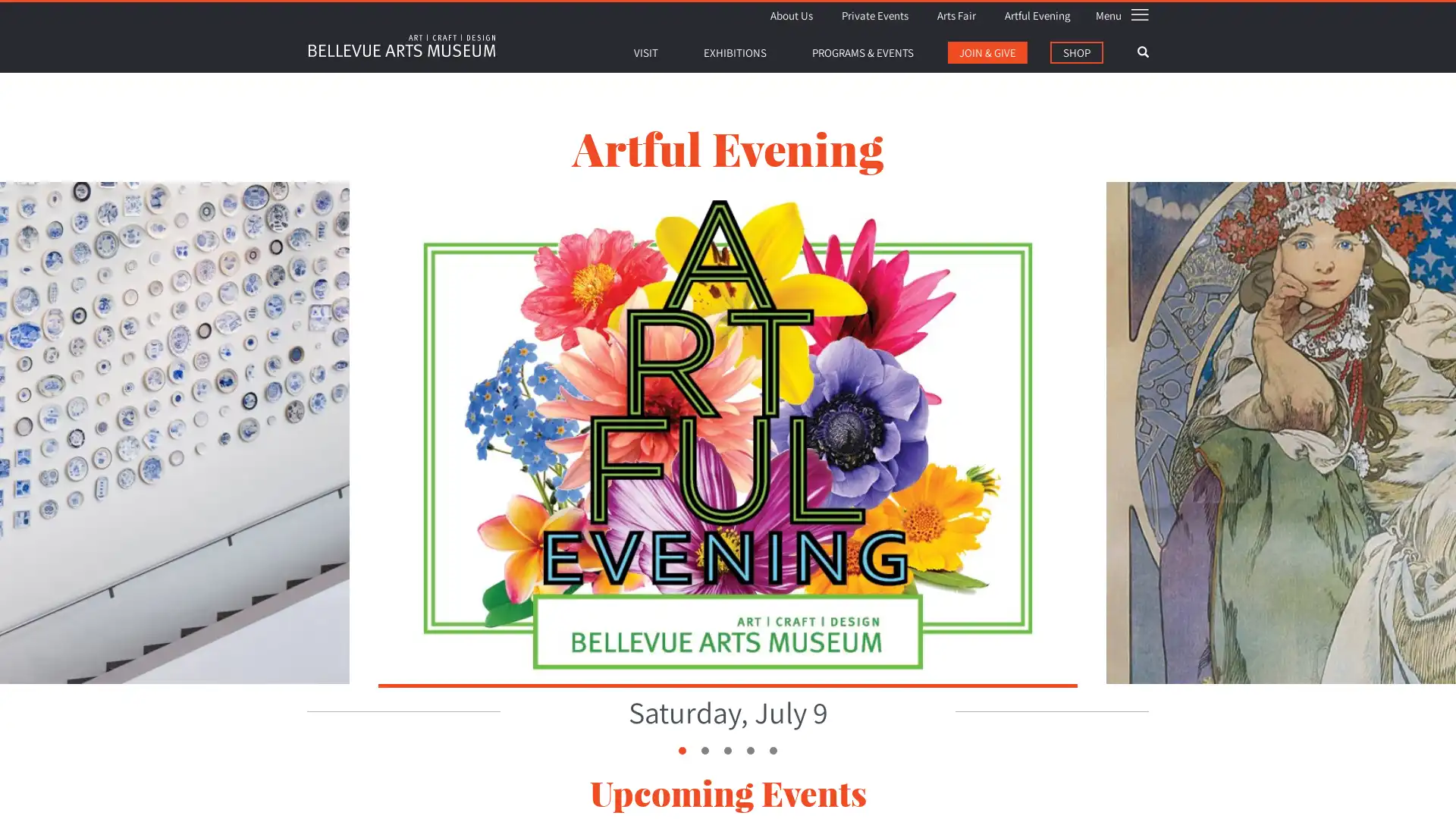  Describe the element at coordinates (704, 751) in the screenshot. I see `2` at that location.